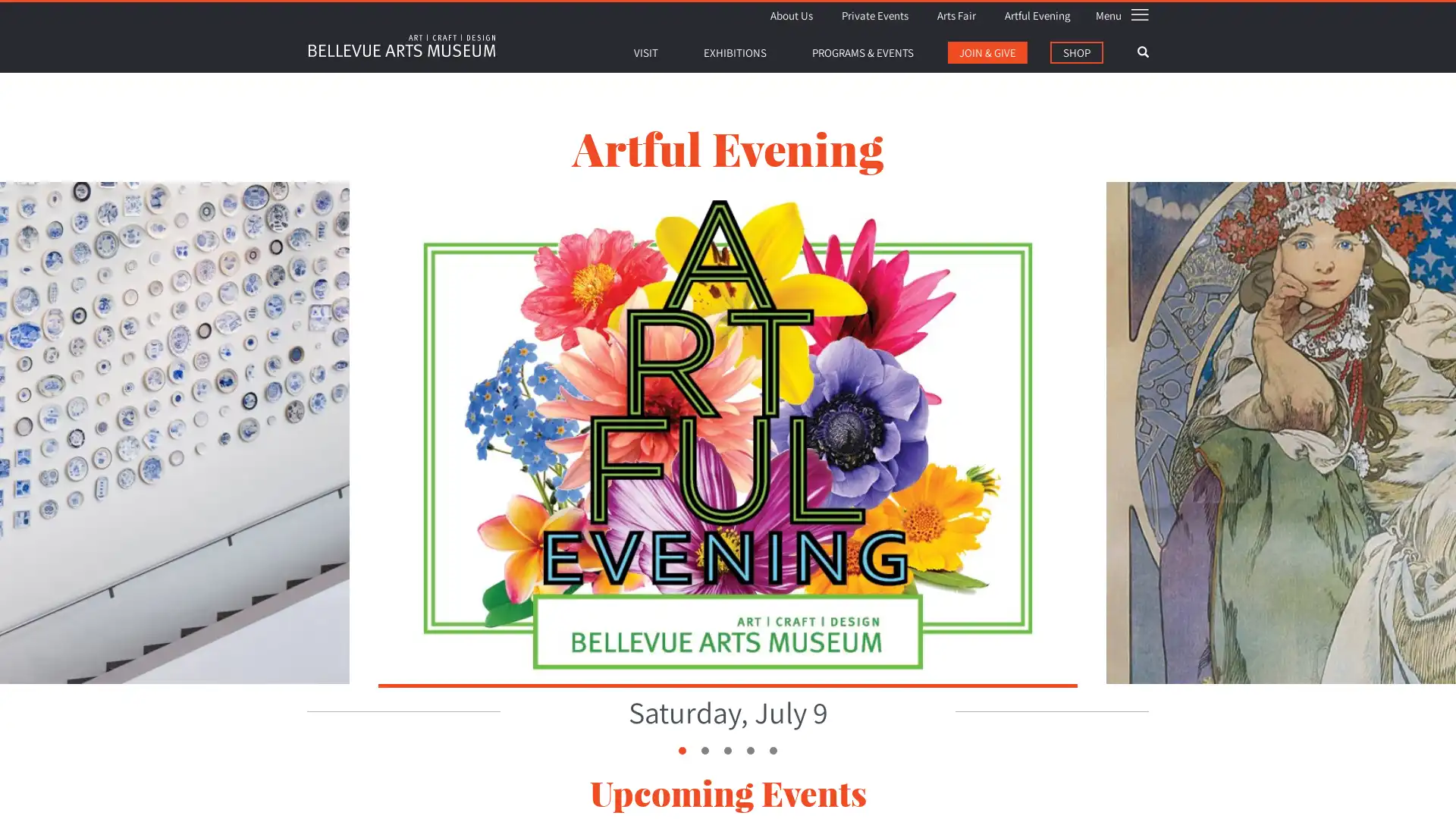  Describe the element at coordinates (704, 751) in the screenshot. I see `2` at that location.